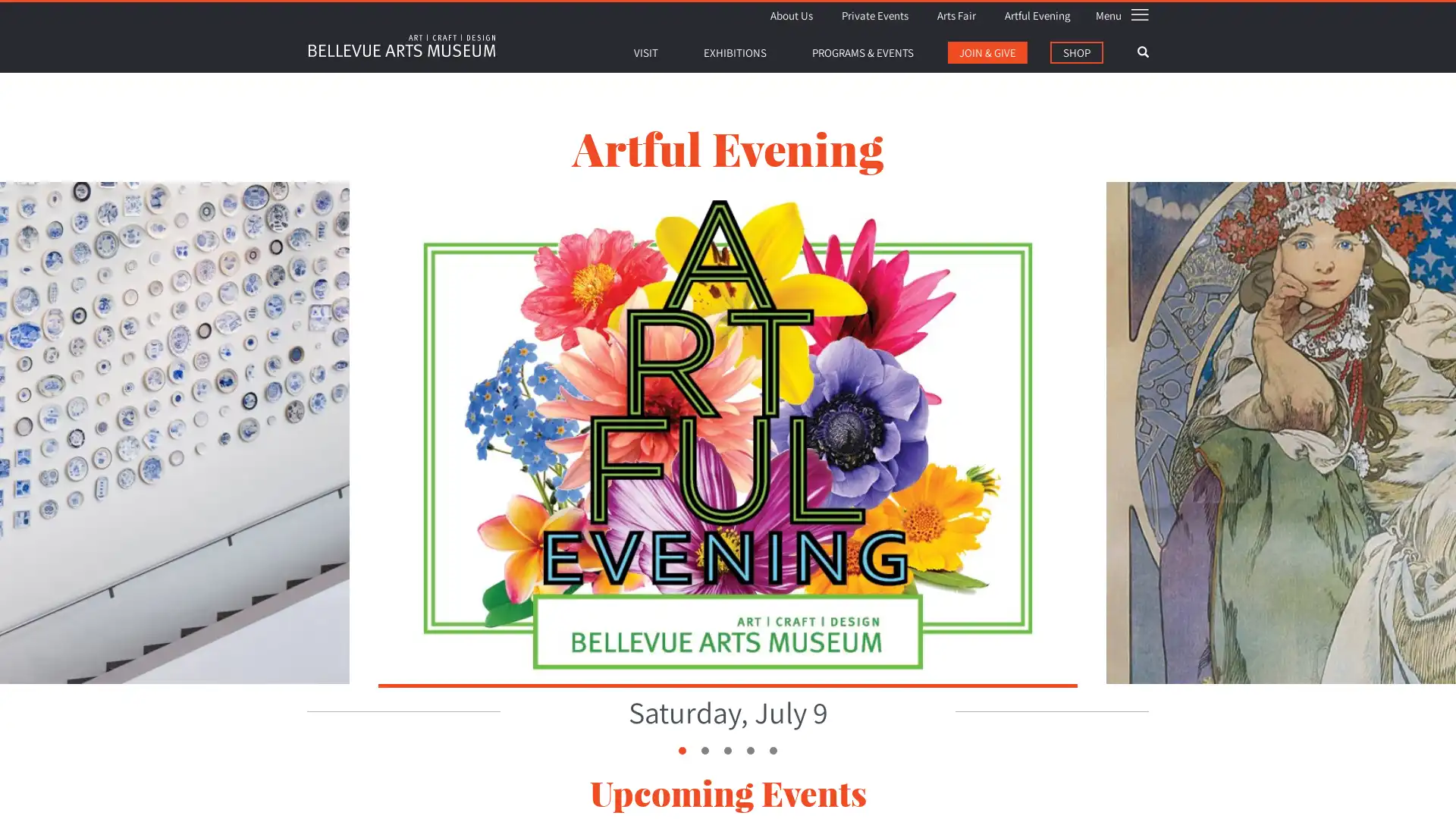  Describe the element at coordinates (704, 751) in the screenshot. I see `2` at that location.